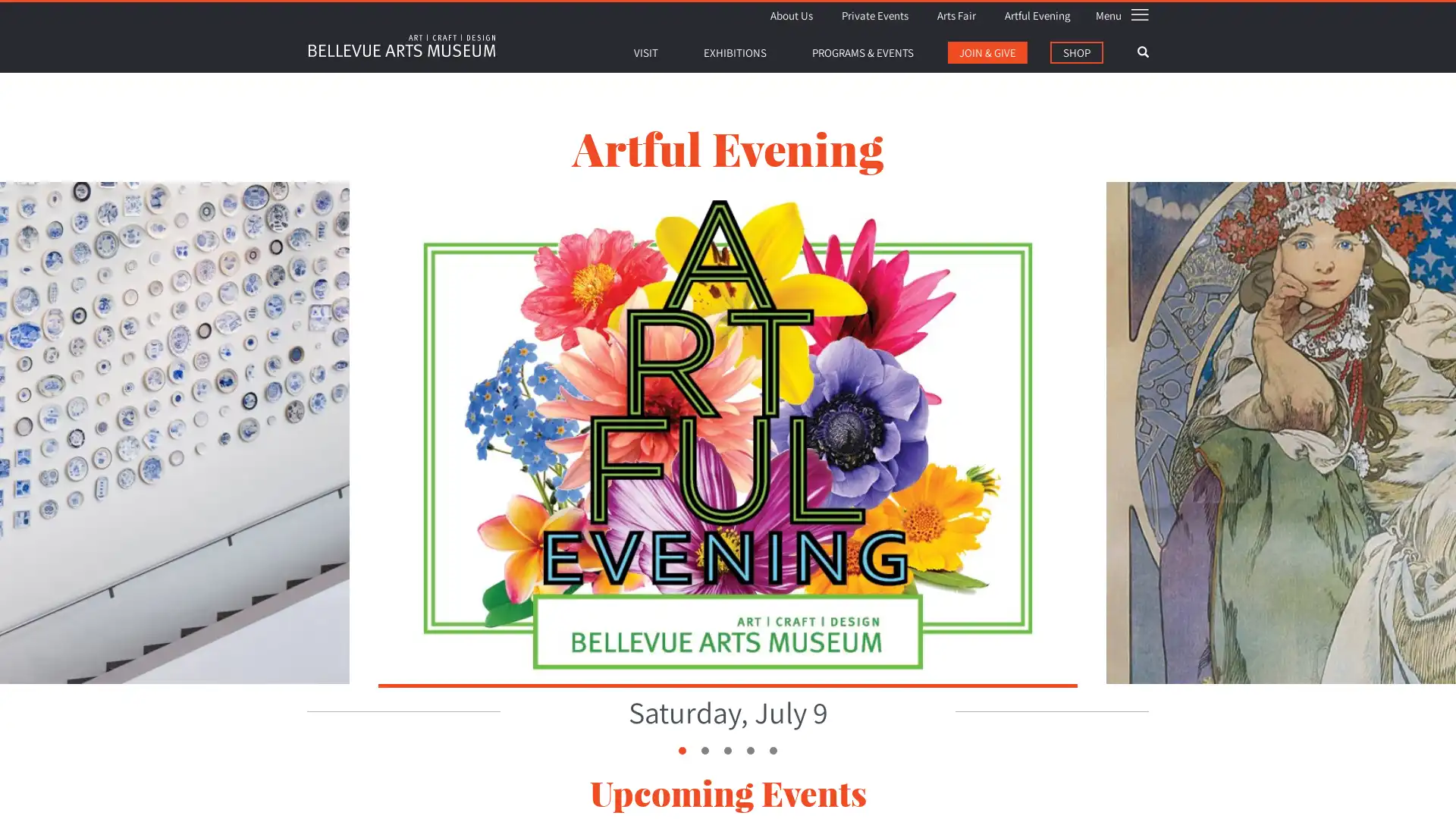  Describe the element at coordinates (704, 751) in the screenshot. I see `2` at that location.